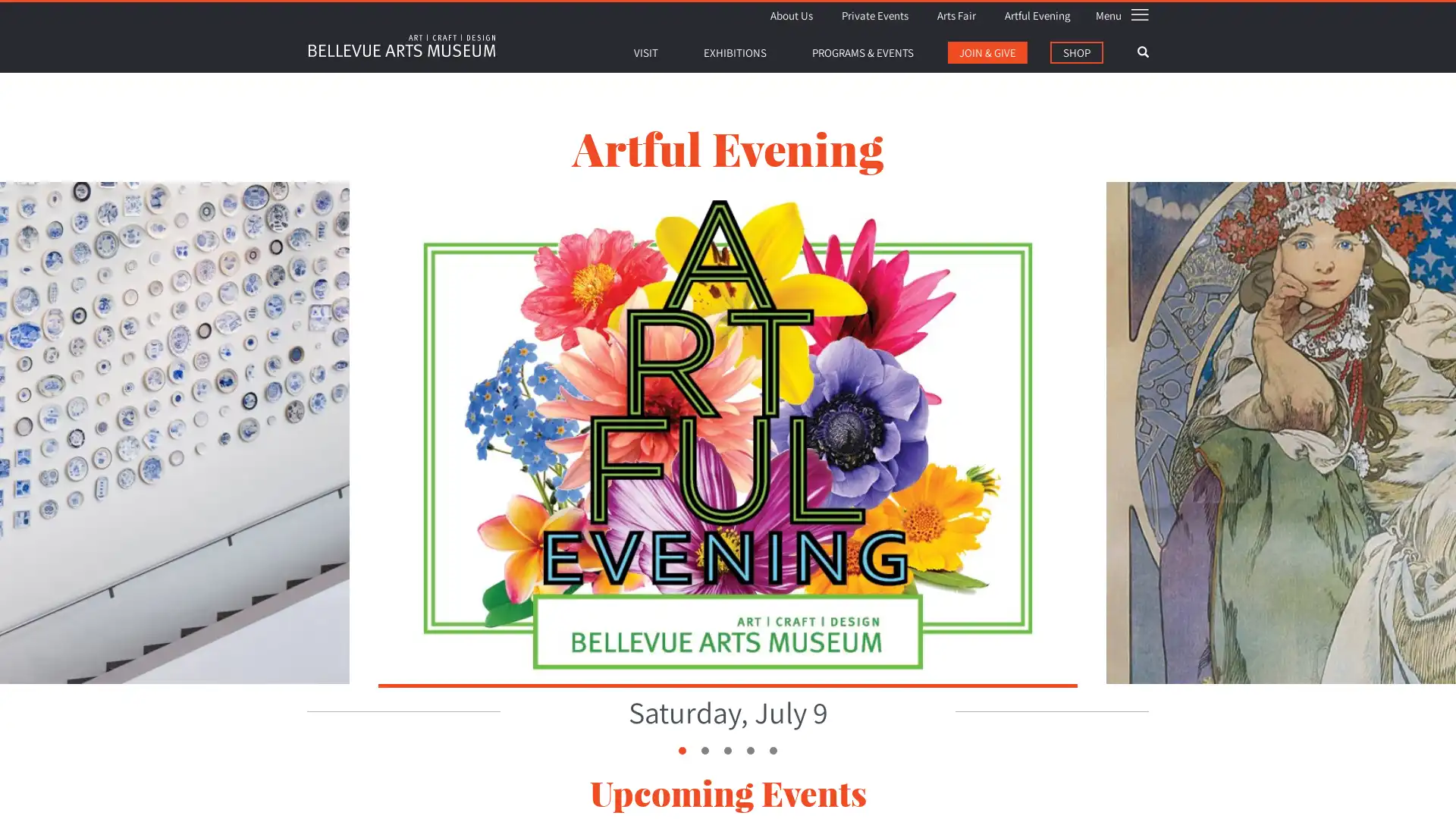  Describe the element at coordinates (704, 751) in the screenshot. I see `2` at that location.